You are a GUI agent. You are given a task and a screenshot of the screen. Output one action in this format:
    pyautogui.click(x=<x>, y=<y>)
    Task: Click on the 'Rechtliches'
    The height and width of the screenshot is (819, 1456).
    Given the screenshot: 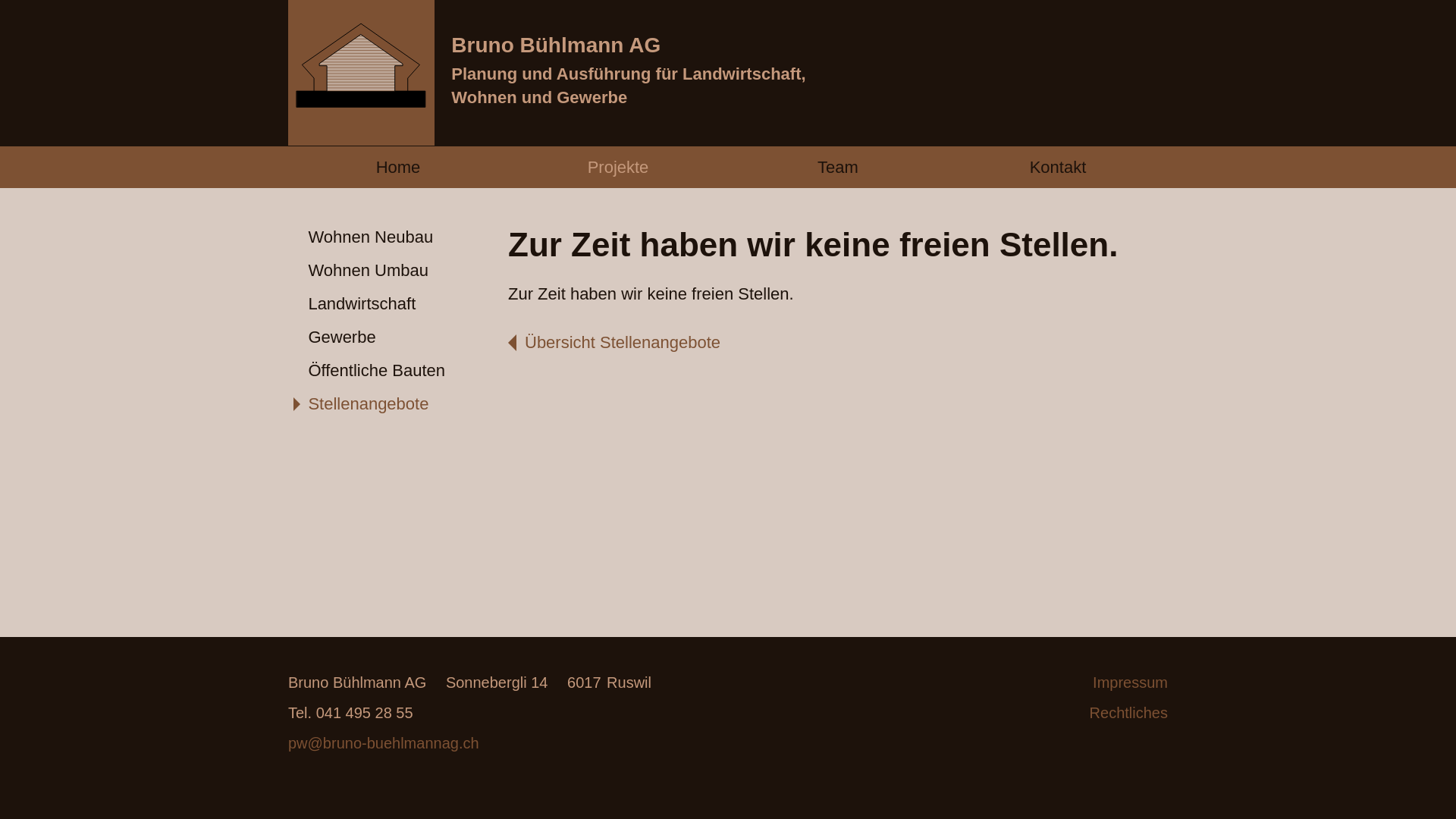 What is the action you would take?
    pyautogui.click(x=1057, y=713)
    